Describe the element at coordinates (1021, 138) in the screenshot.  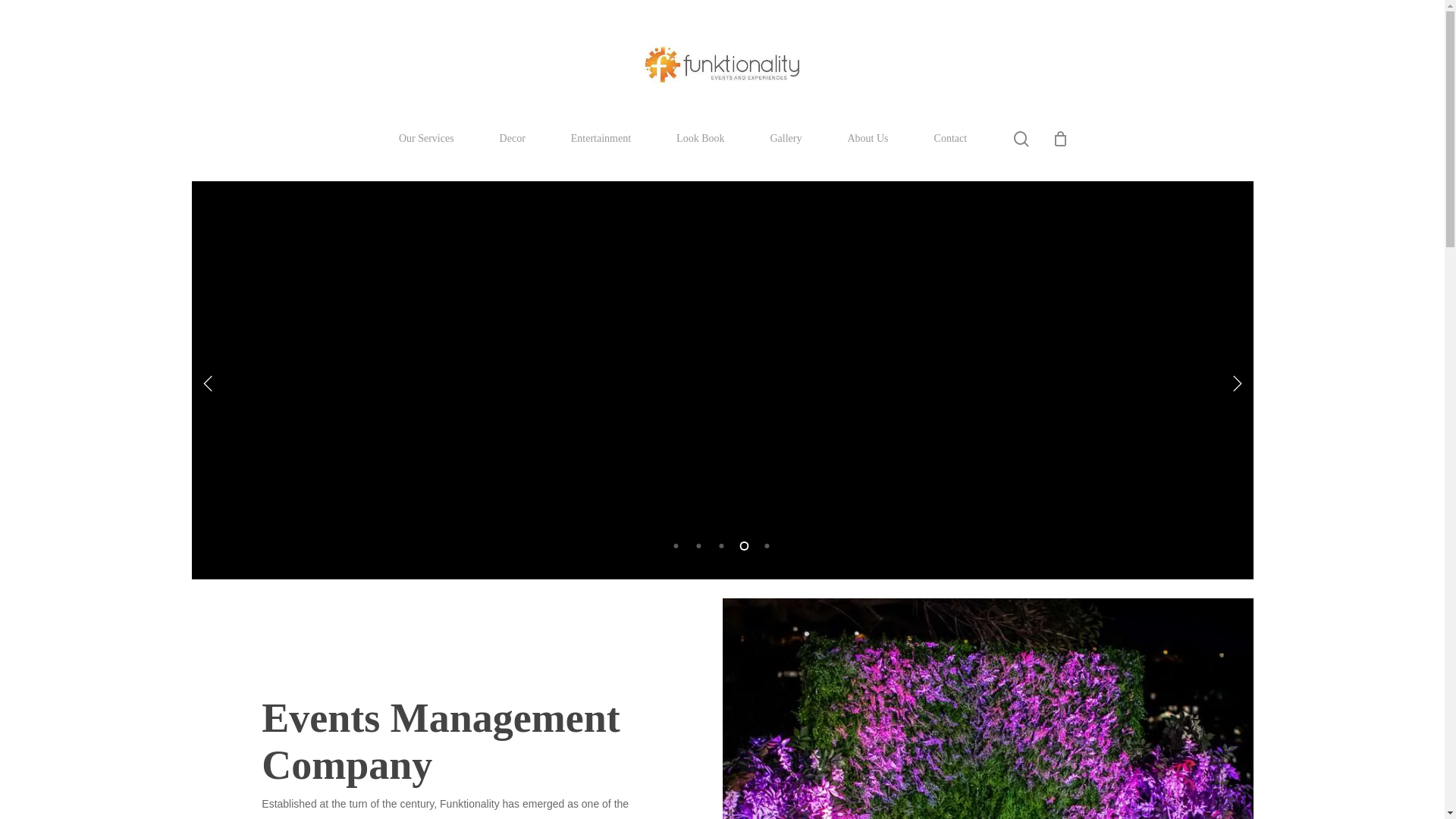
I see `'search'` at that location.